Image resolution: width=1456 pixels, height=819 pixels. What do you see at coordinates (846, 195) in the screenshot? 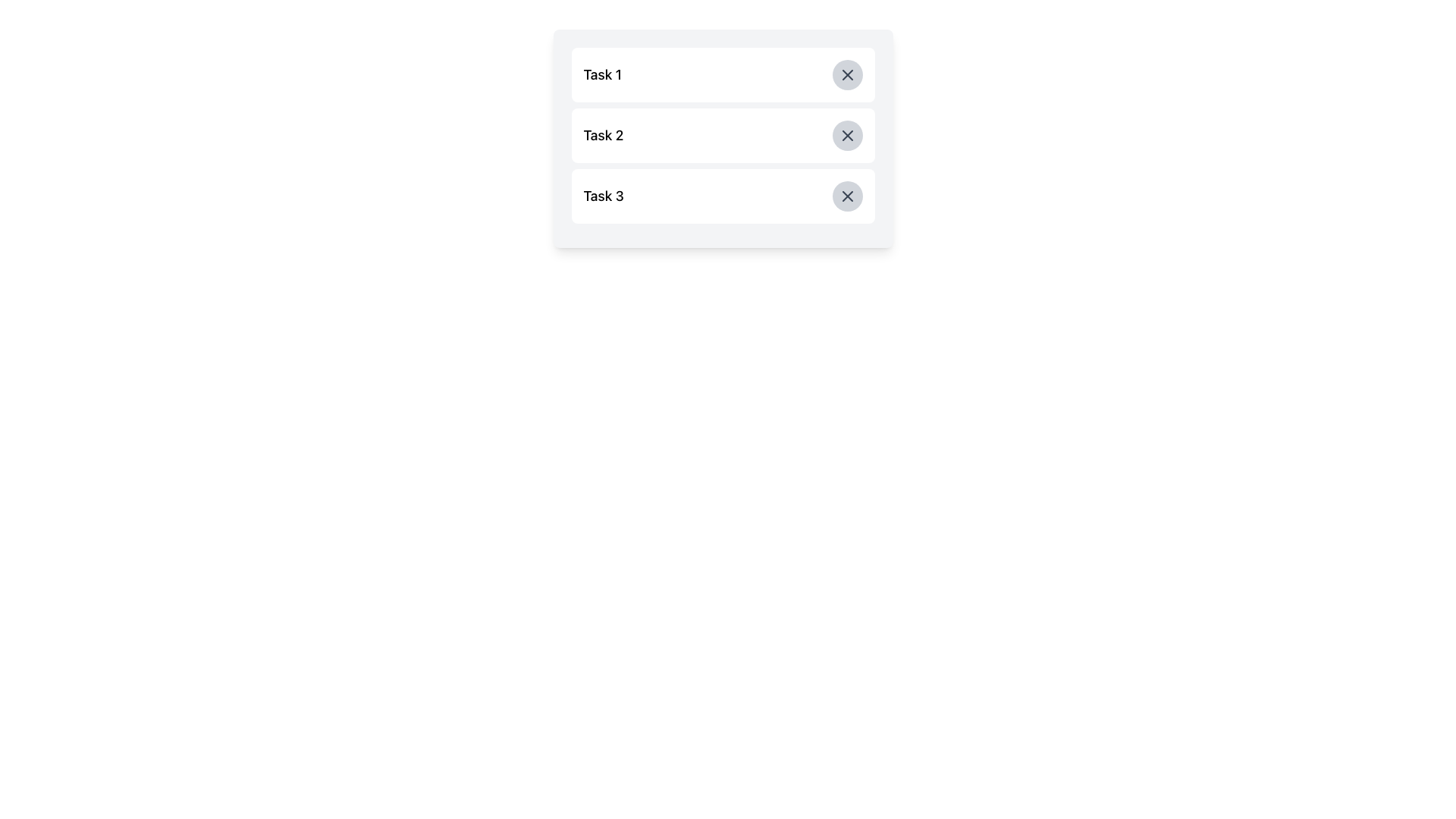
I see `the 'X' icon button` at bounding box center [846, 195].